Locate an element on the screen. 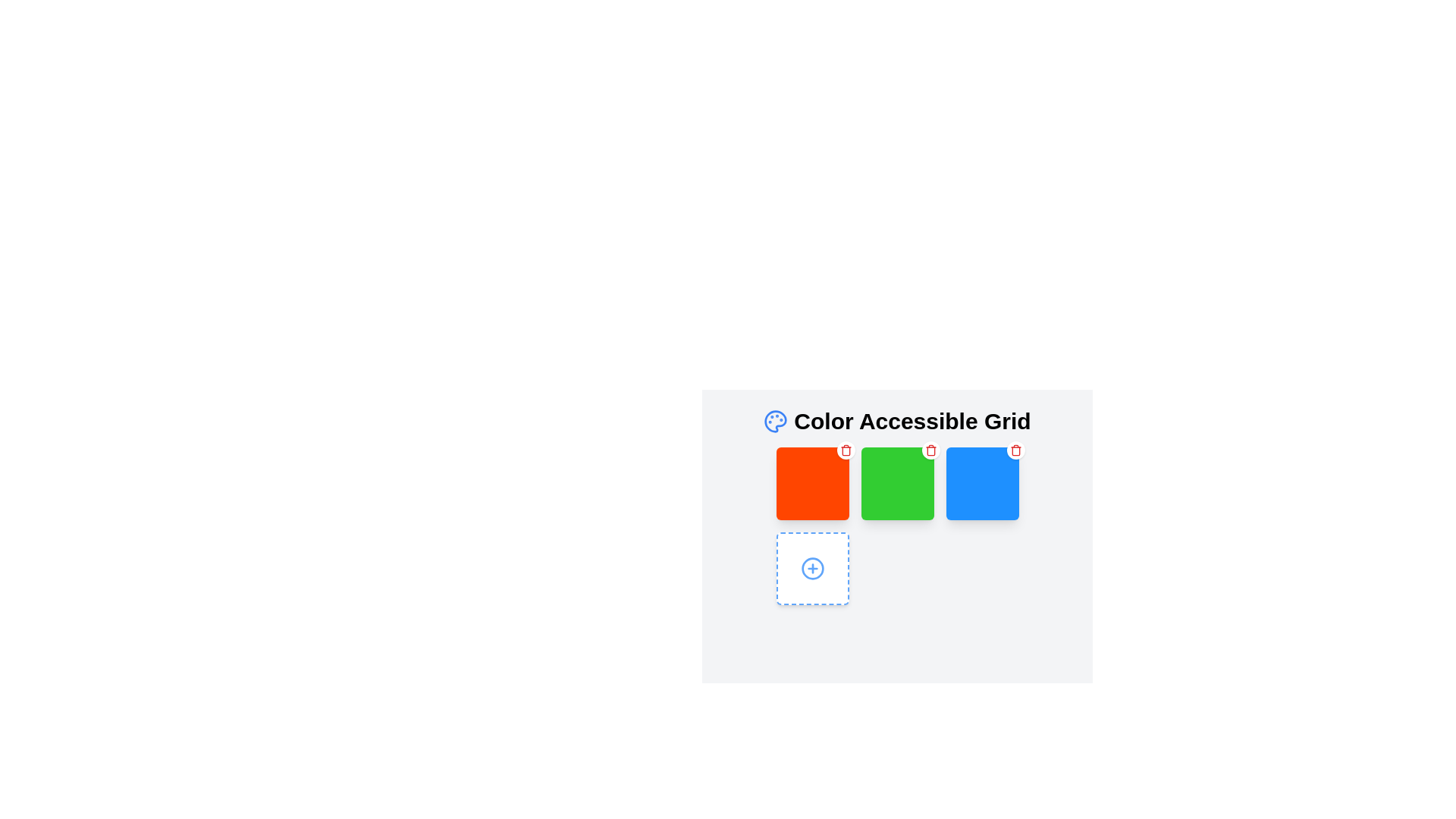  the circular blue icon button with a plus sign located in the fourth cell of a grid is located at coordinates (811, 568).